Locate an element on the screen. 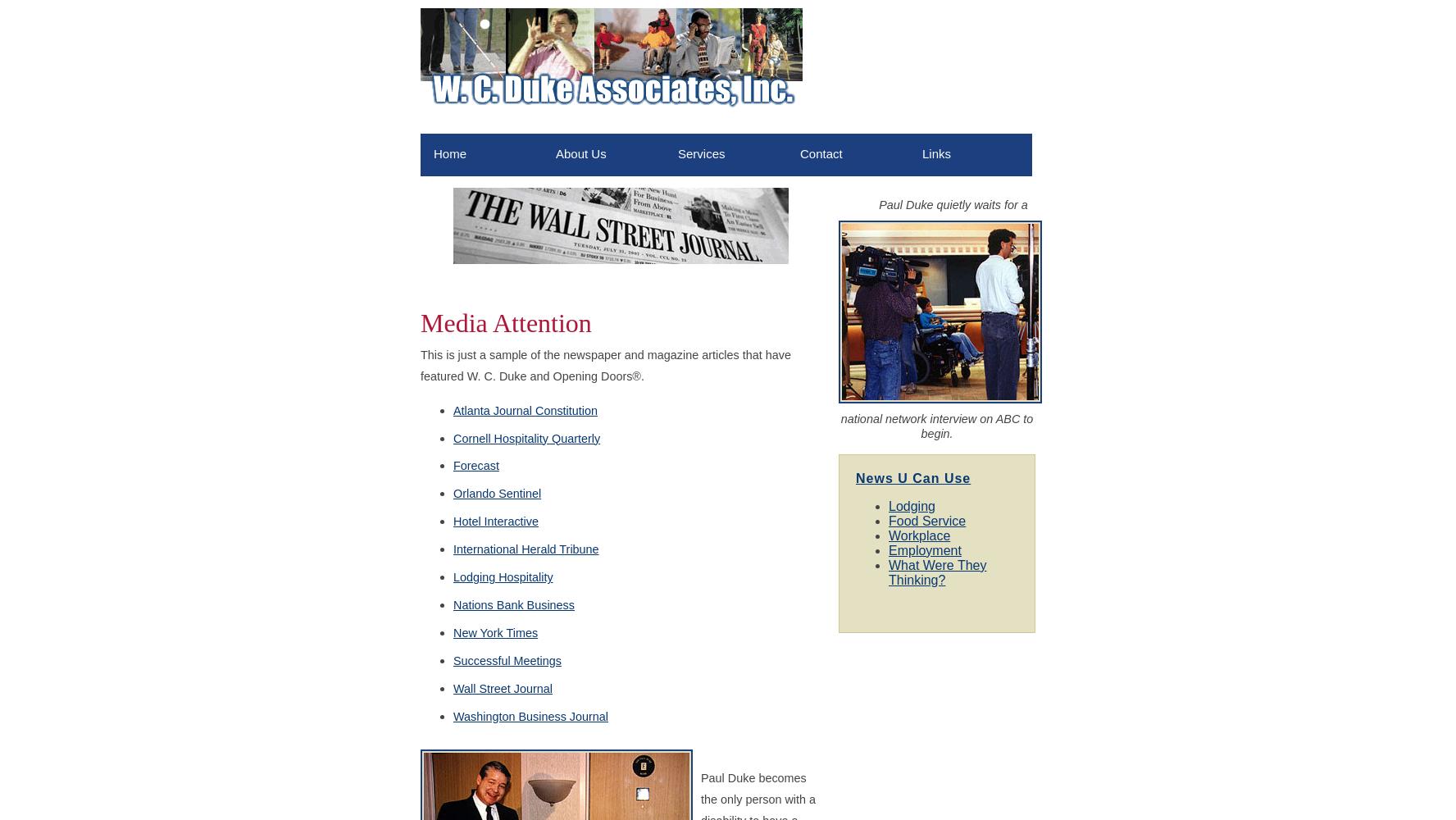 This screenshot has height=820, width=1456. 'Washington Business Journal' is located at coordinates (530, 715).